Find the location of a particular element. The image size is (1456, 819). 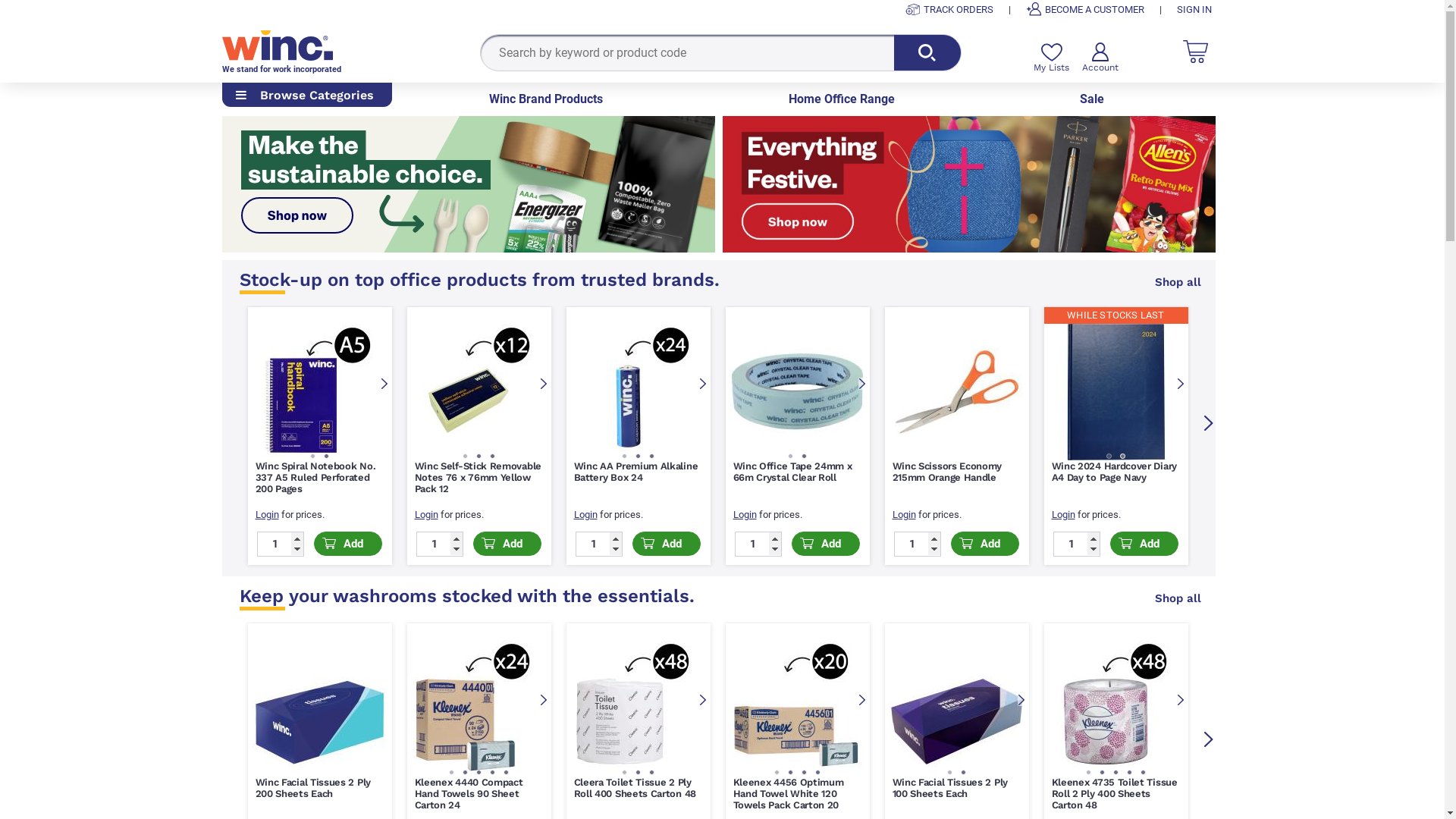

'Sale' is located at coordinates (1079, 99).